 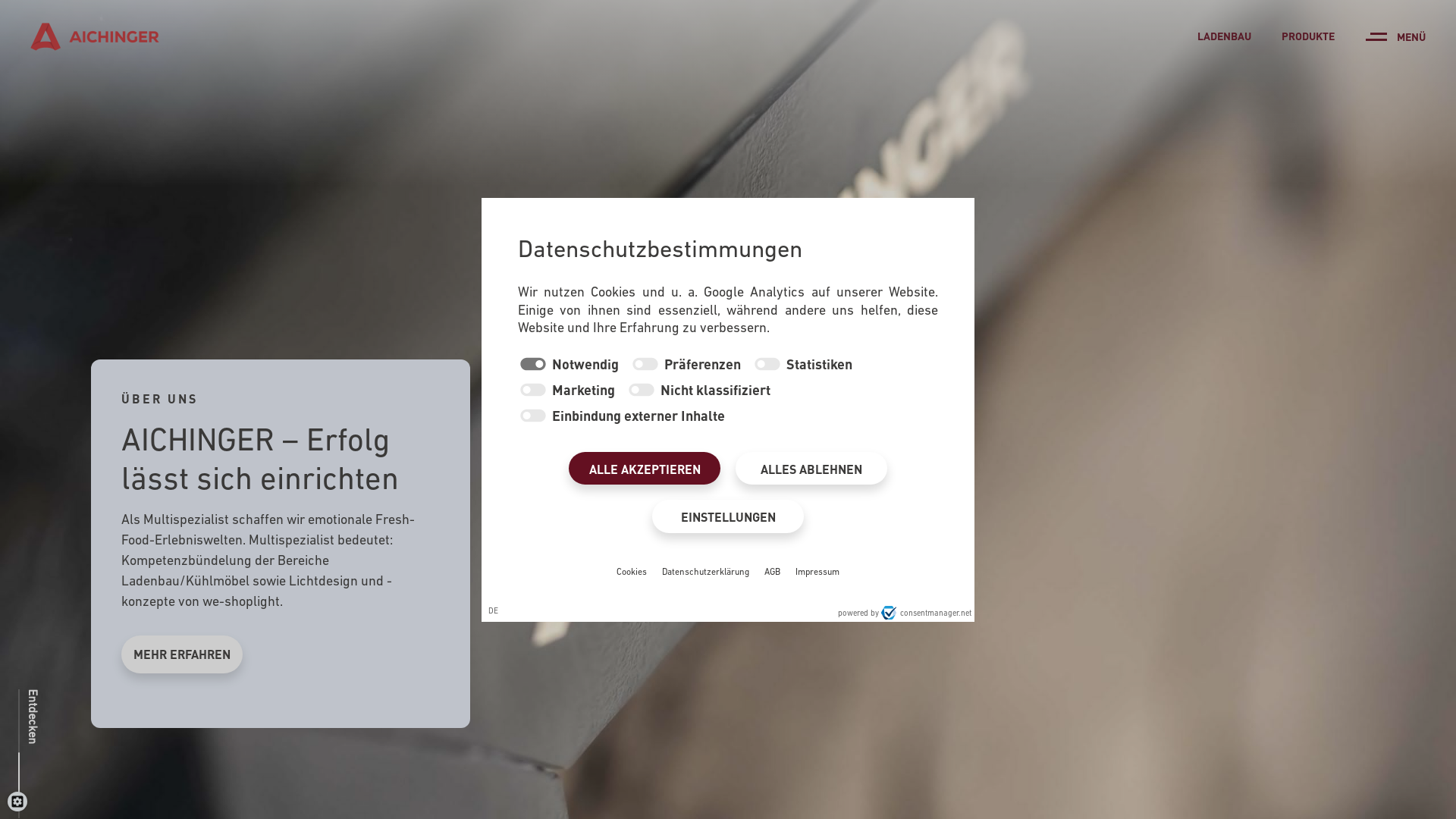 What do you see at coordinates (182, 654) in the screenshot?
I see `'MEHR ERFAHREN'` at bounding box center [182, 654].